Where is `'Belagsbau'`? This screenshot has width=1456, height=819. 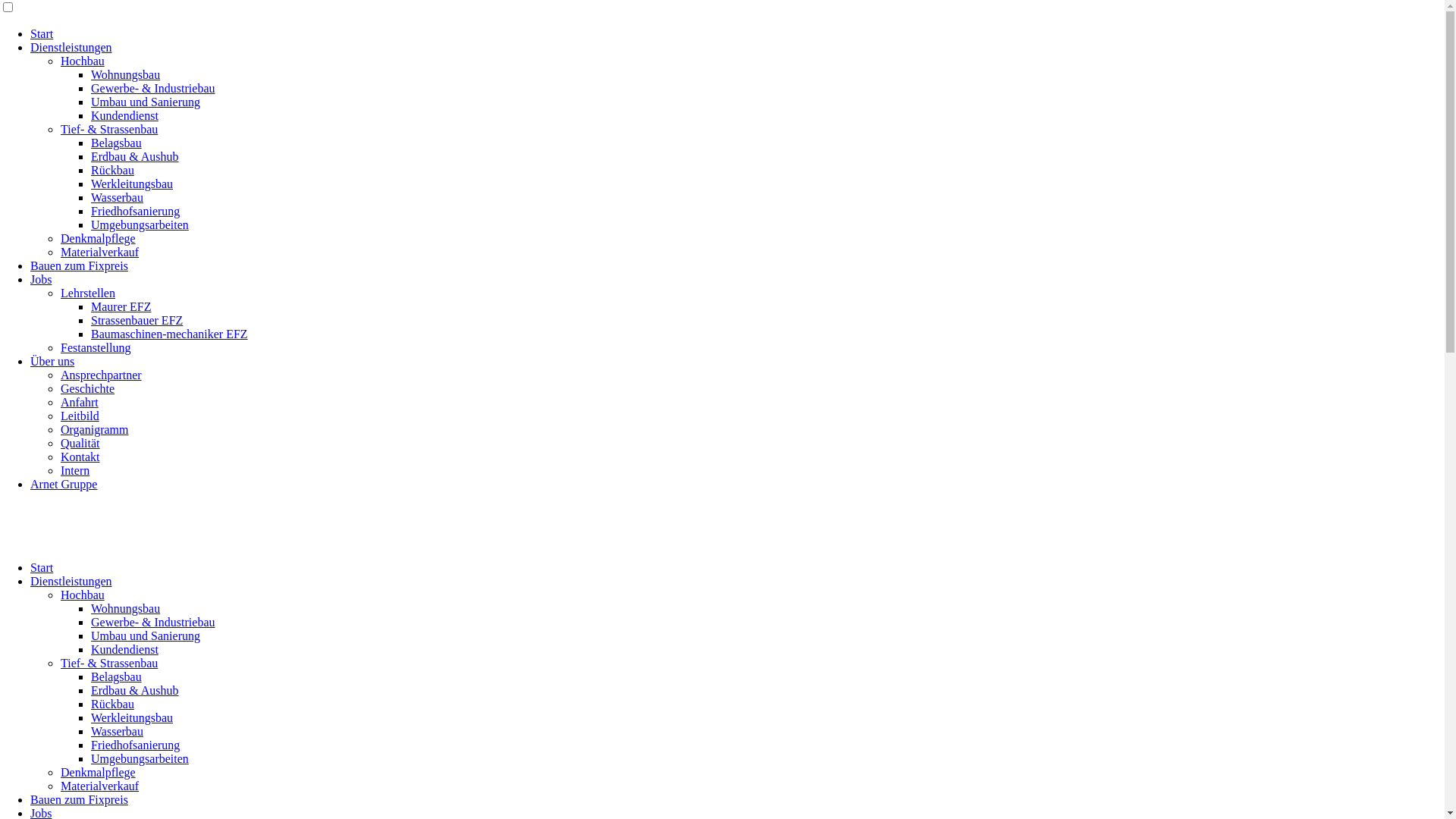
'Belagsbau' is located at coordinates (115, 676).